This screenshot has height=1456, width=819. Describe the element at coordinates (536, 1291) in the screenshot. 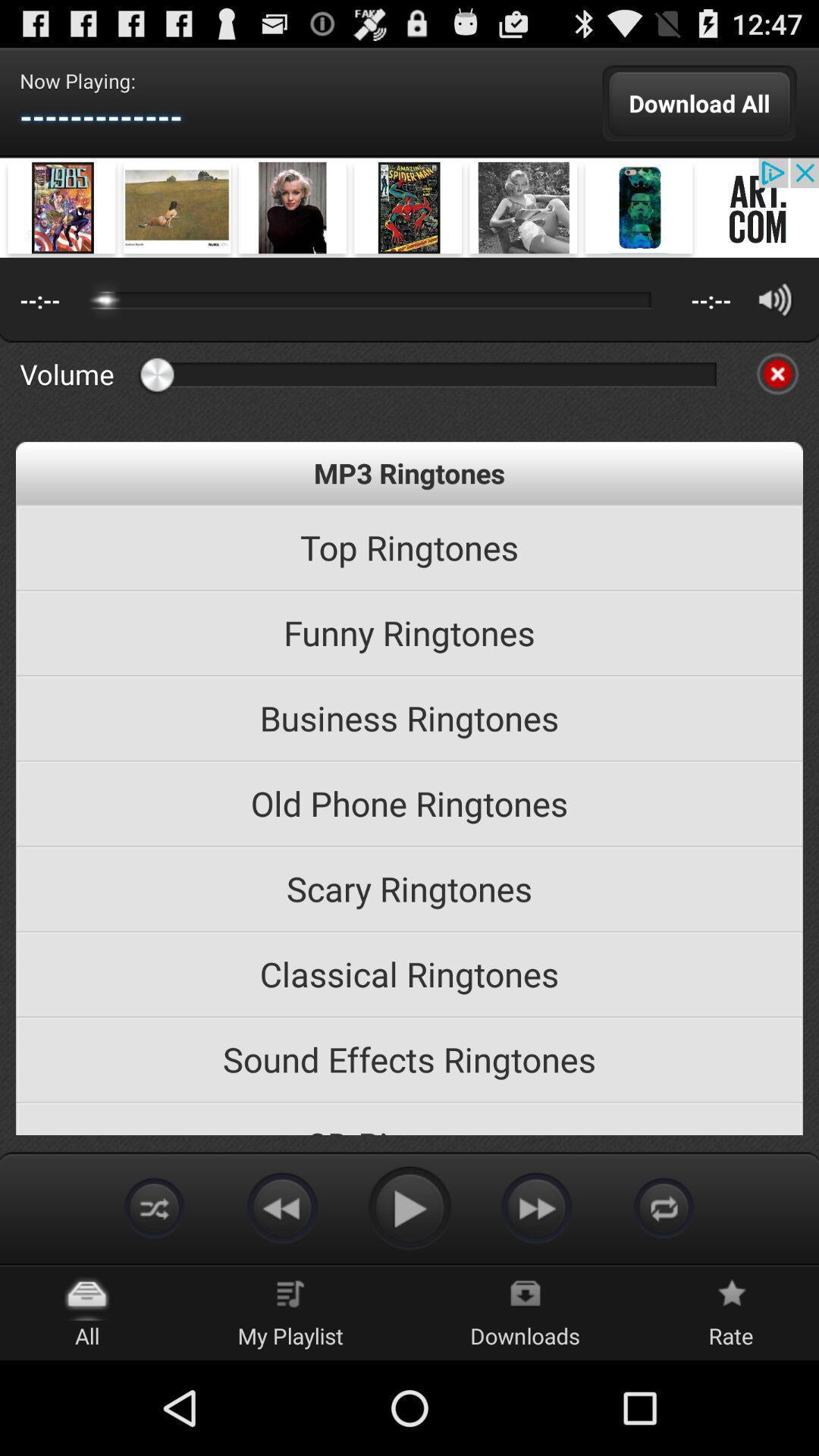

I see `the av_forward icon` at that location.